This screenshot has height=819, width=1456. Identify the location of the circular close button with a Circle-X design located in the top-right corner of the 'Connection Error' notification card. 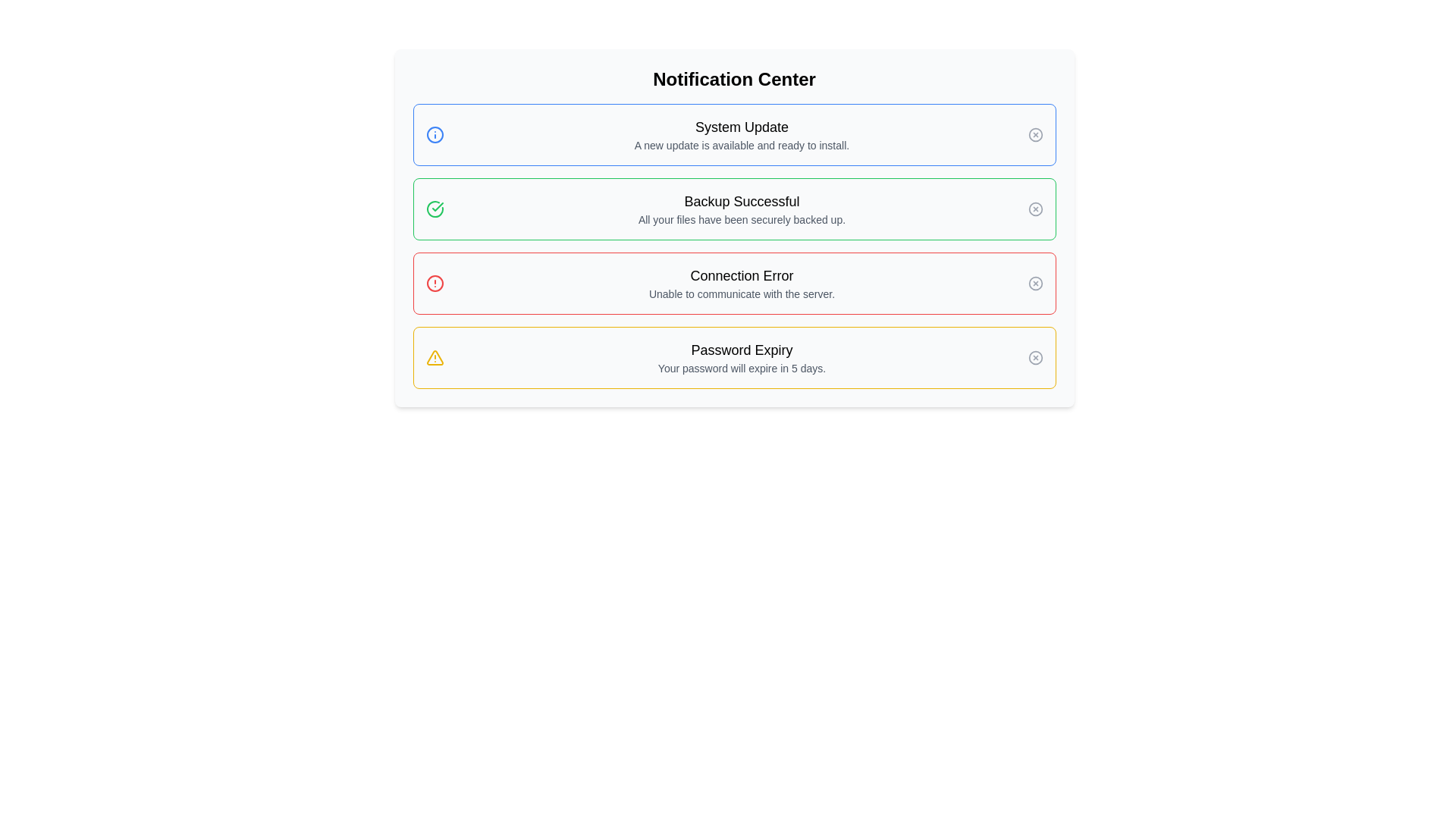
(1034, 284).